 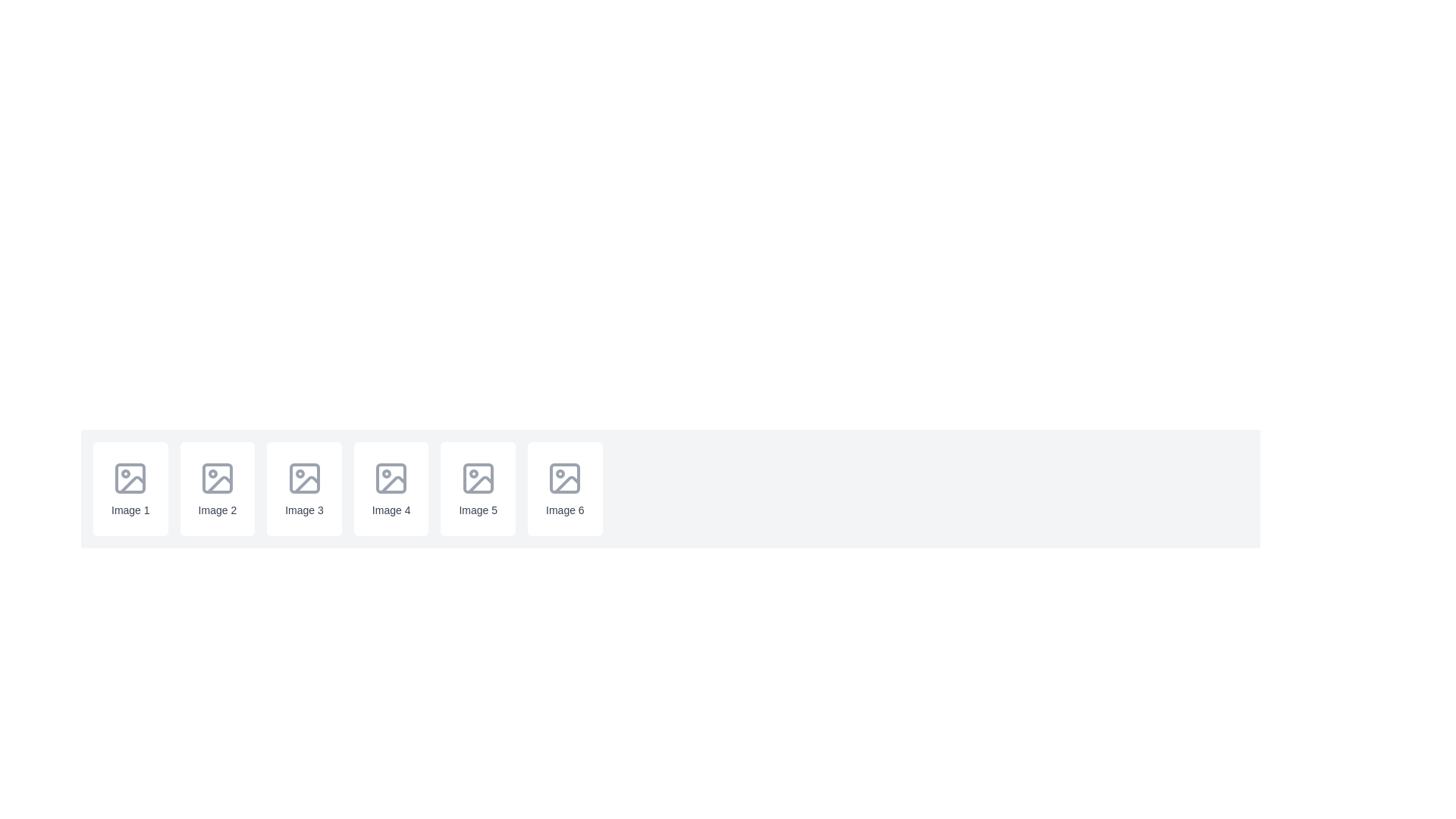 I want to click on the button labeled 'Image 1', which is the first card in a horizontal row of six similar cards located in the middle lower section of the interface, so click(x=130, y=488).